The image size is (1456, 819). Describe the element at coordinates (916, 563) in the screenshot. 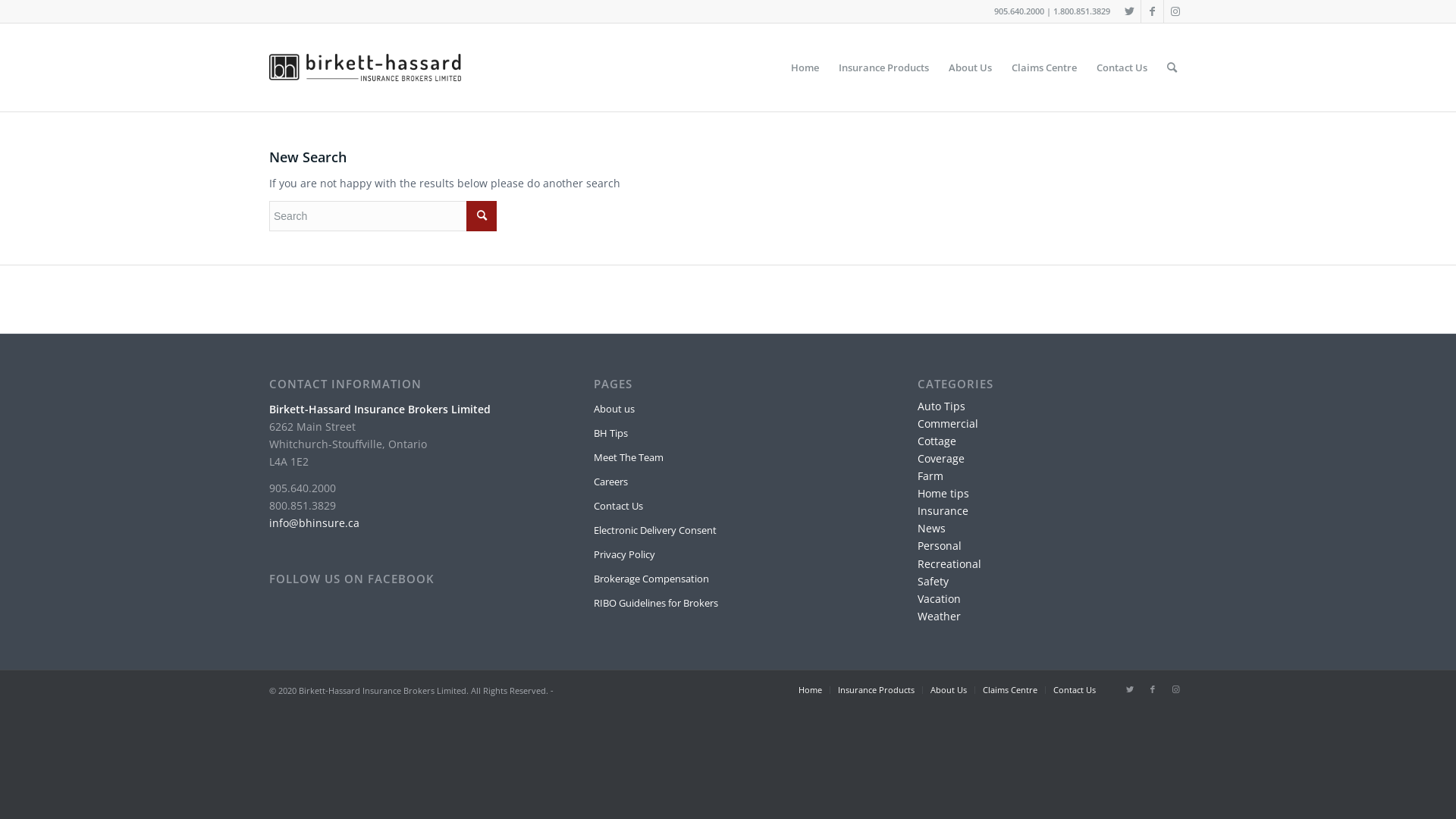

I see `'Recreational'` at that location.